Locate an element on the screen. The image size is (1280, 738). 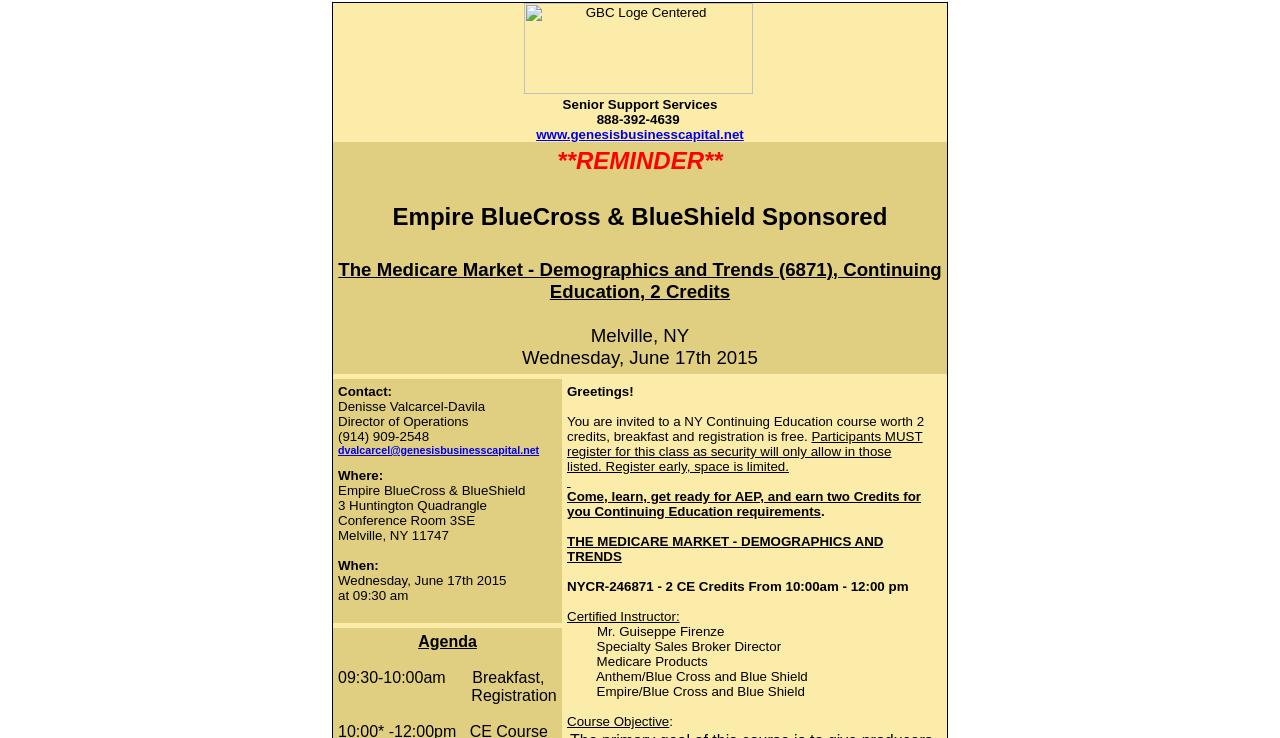
'Denisse Valcarcel-Davila' is located at coordinates (410, 405).